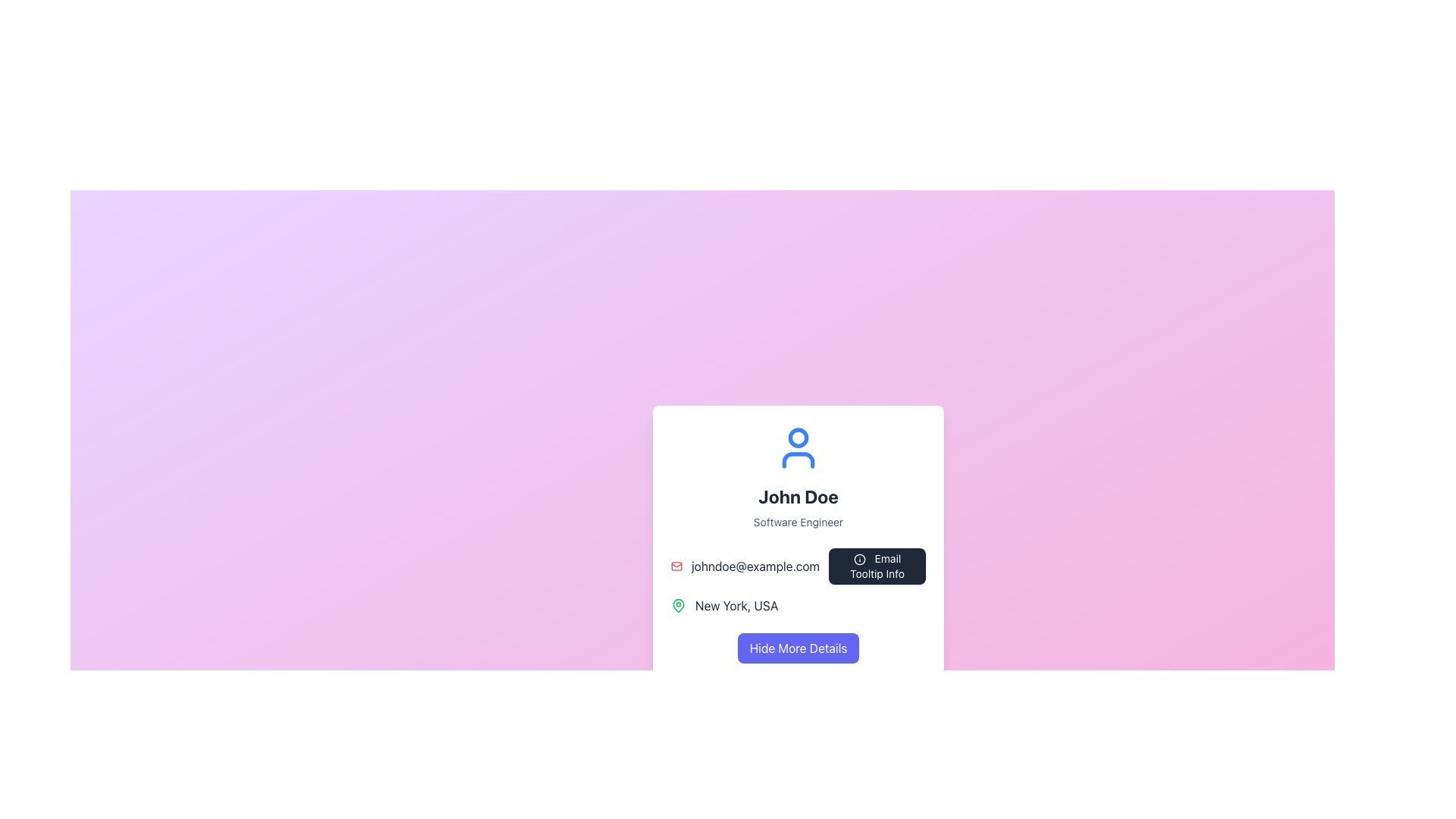 This screenshot has height=819, width=1456. What do you see at coordinates (676, 566) in the screenshot?
I see `the email icon located to the left of the text 'johndoe@example.com' in the user profile card` at bounding box center [676, 566].